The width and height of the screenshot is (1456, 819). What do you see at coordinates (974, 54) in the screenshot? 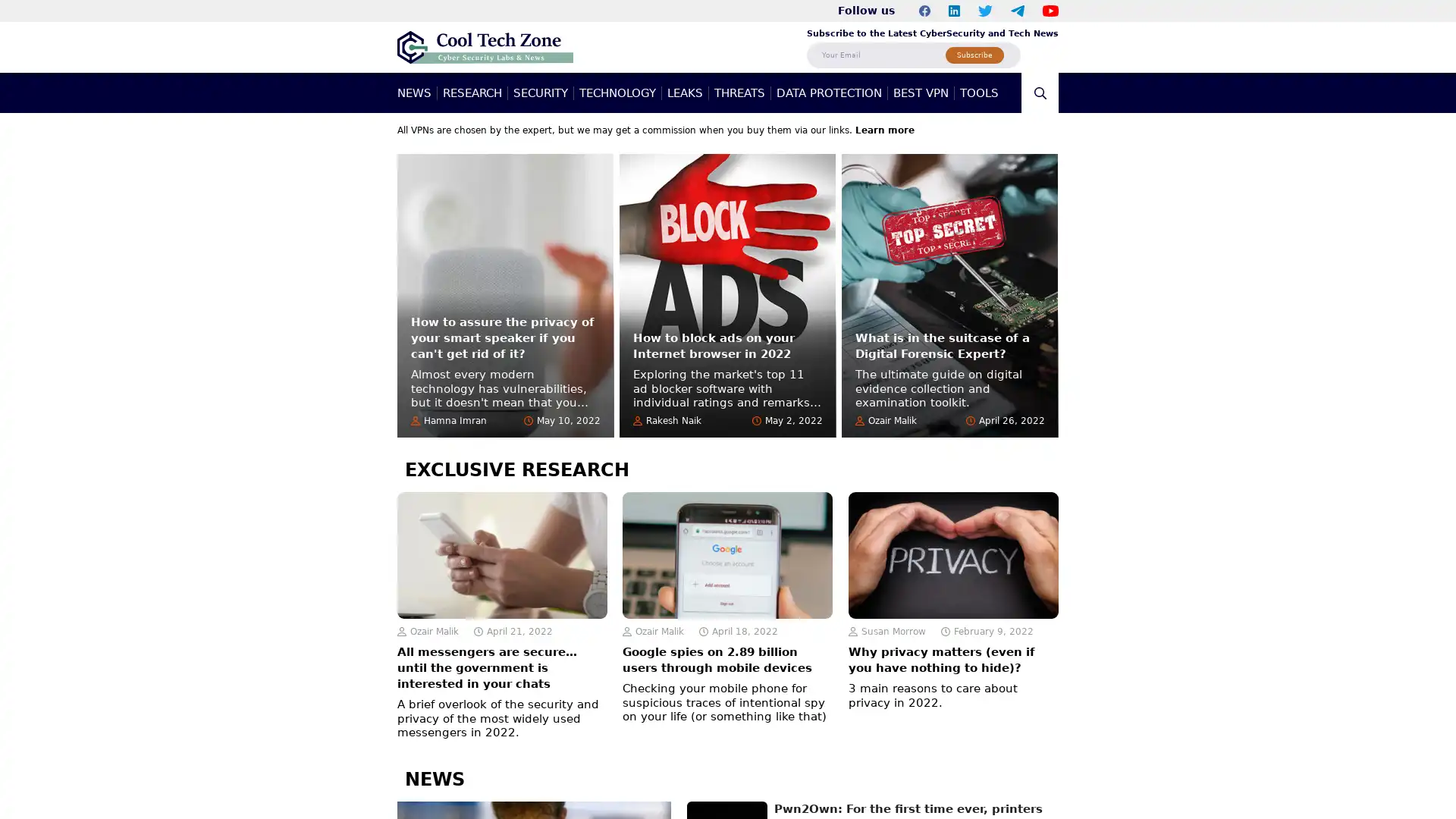
I see `Subscribe` at bounding box center [974, 54].